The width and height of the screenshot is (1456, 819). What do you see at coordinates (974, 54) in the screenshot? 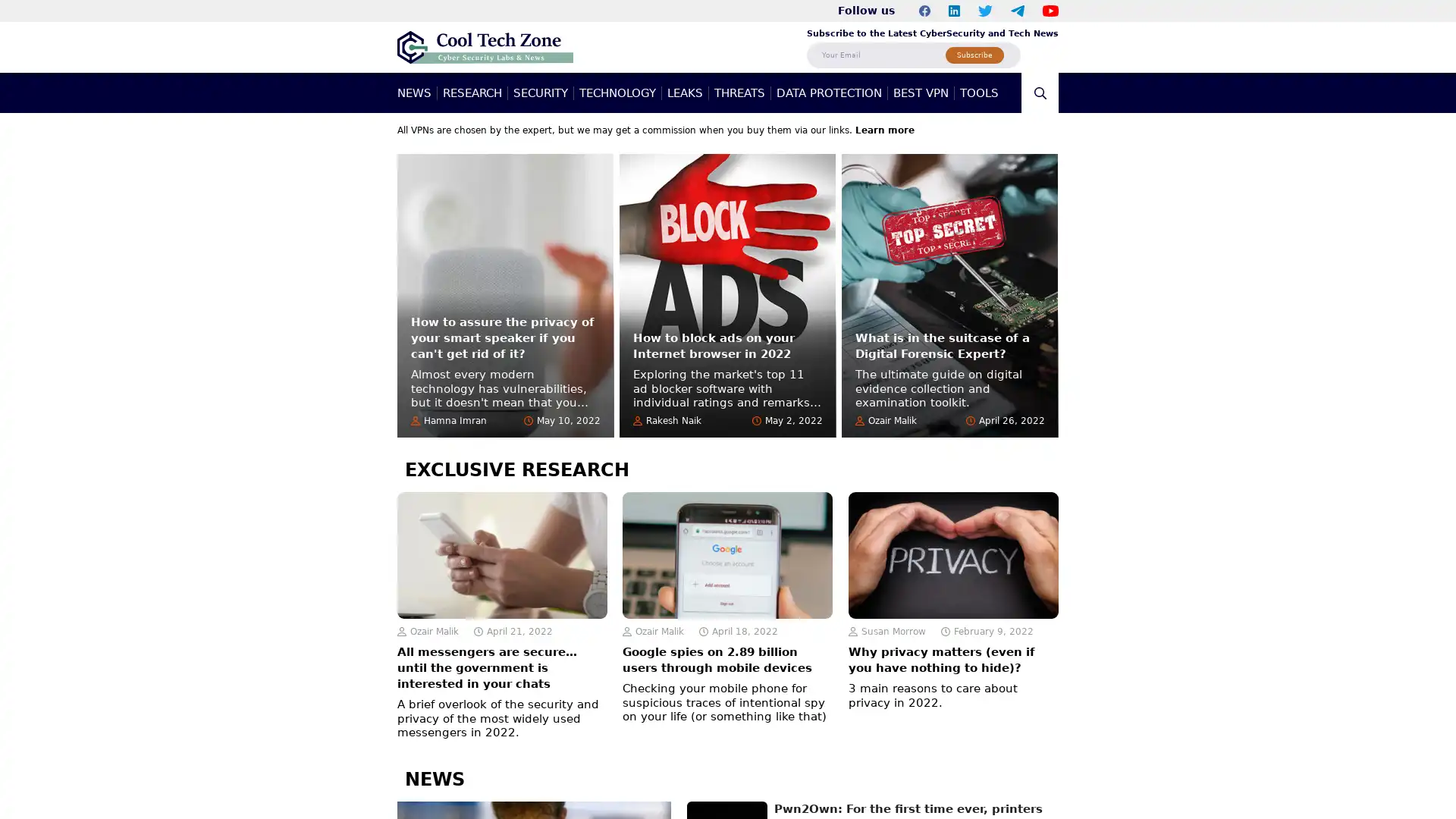
I see `Subscribe` at bounding box center [974, 54].